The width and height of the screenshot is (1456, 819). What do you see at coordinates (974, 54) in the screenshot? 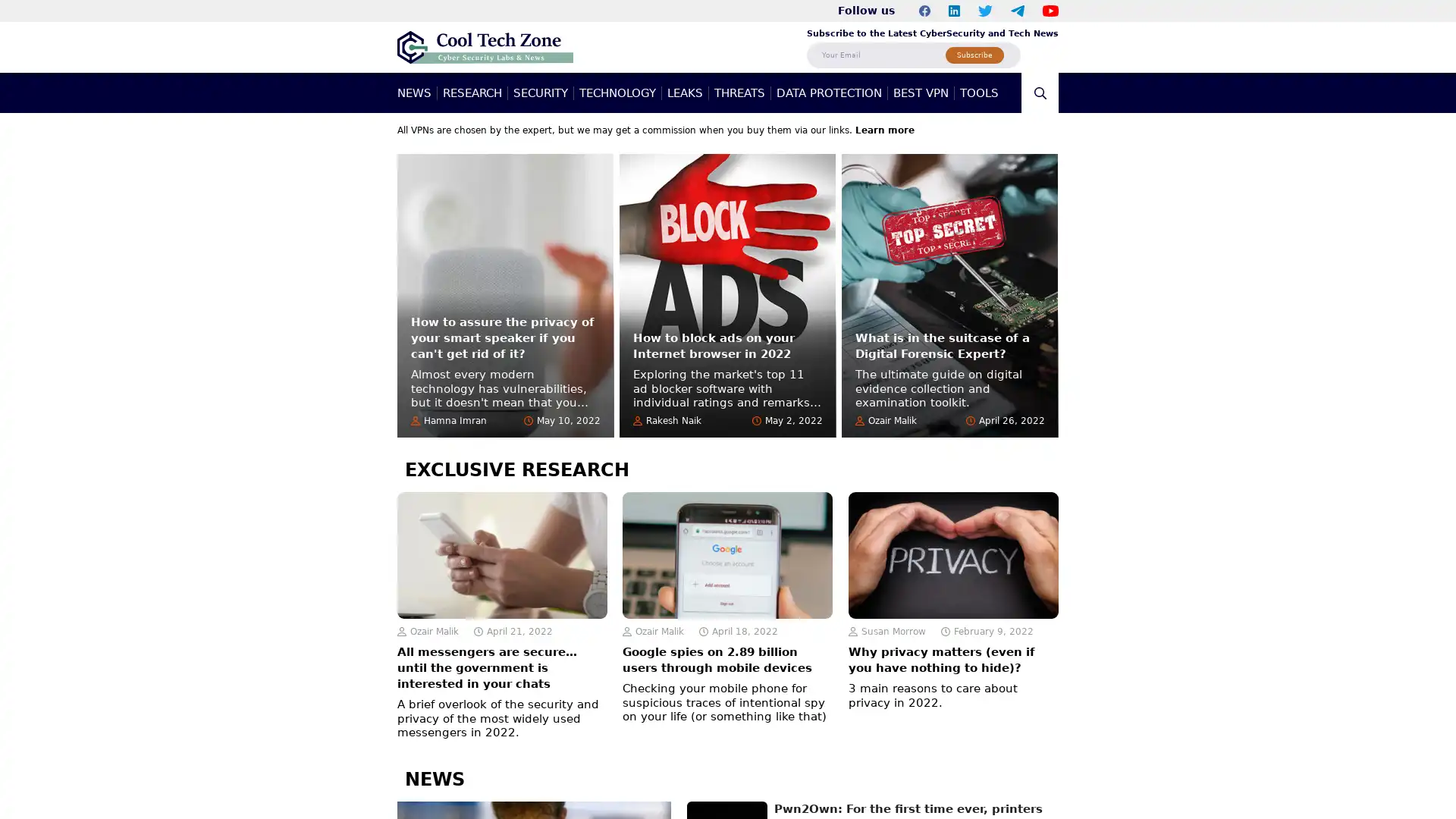
I see `Subscribe` at bounding box center [974, 54].